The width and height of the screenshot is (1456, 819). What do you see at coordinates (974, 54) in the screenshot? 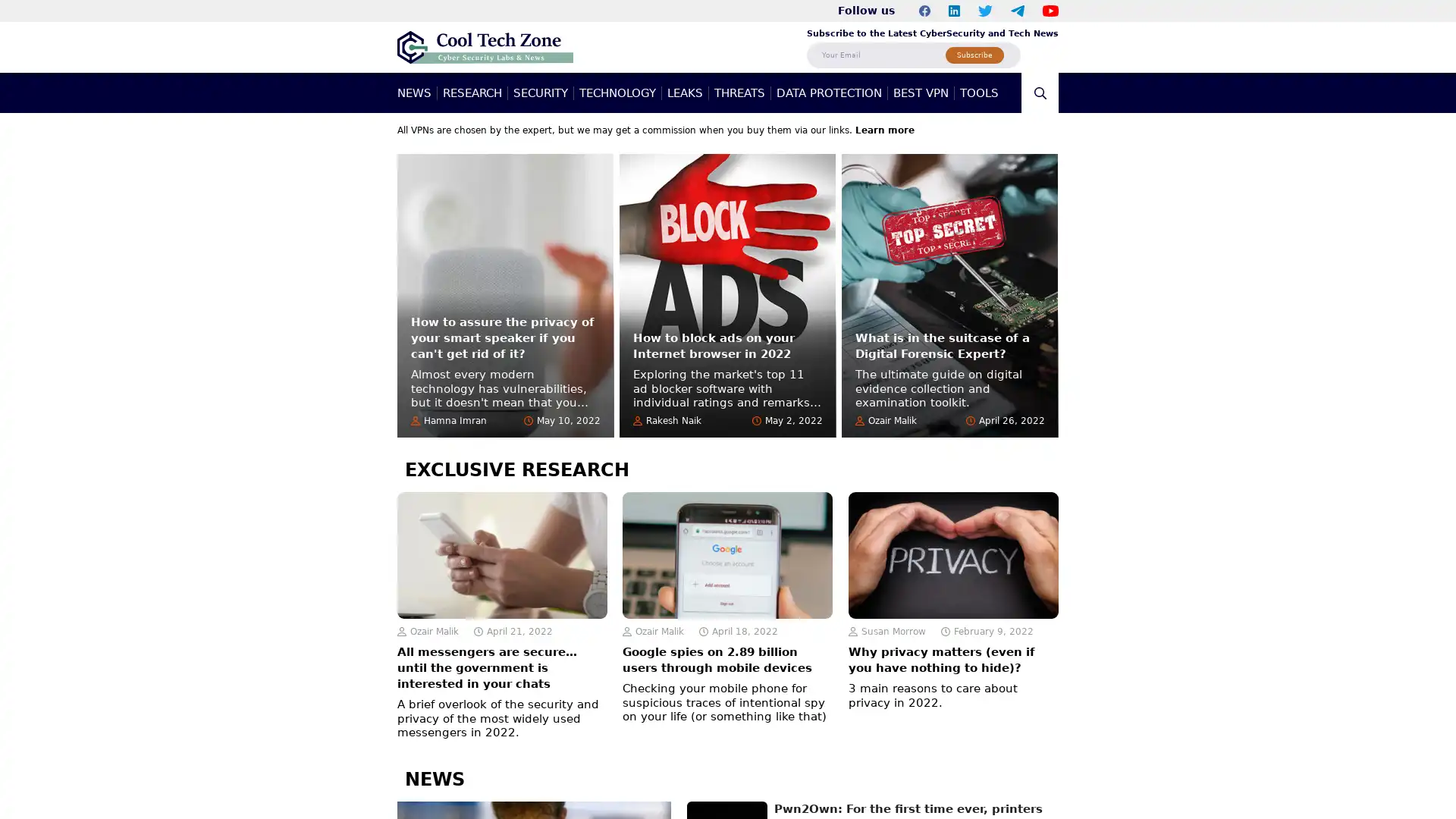
I see `Subscribe` at bounding box center [974, 54].